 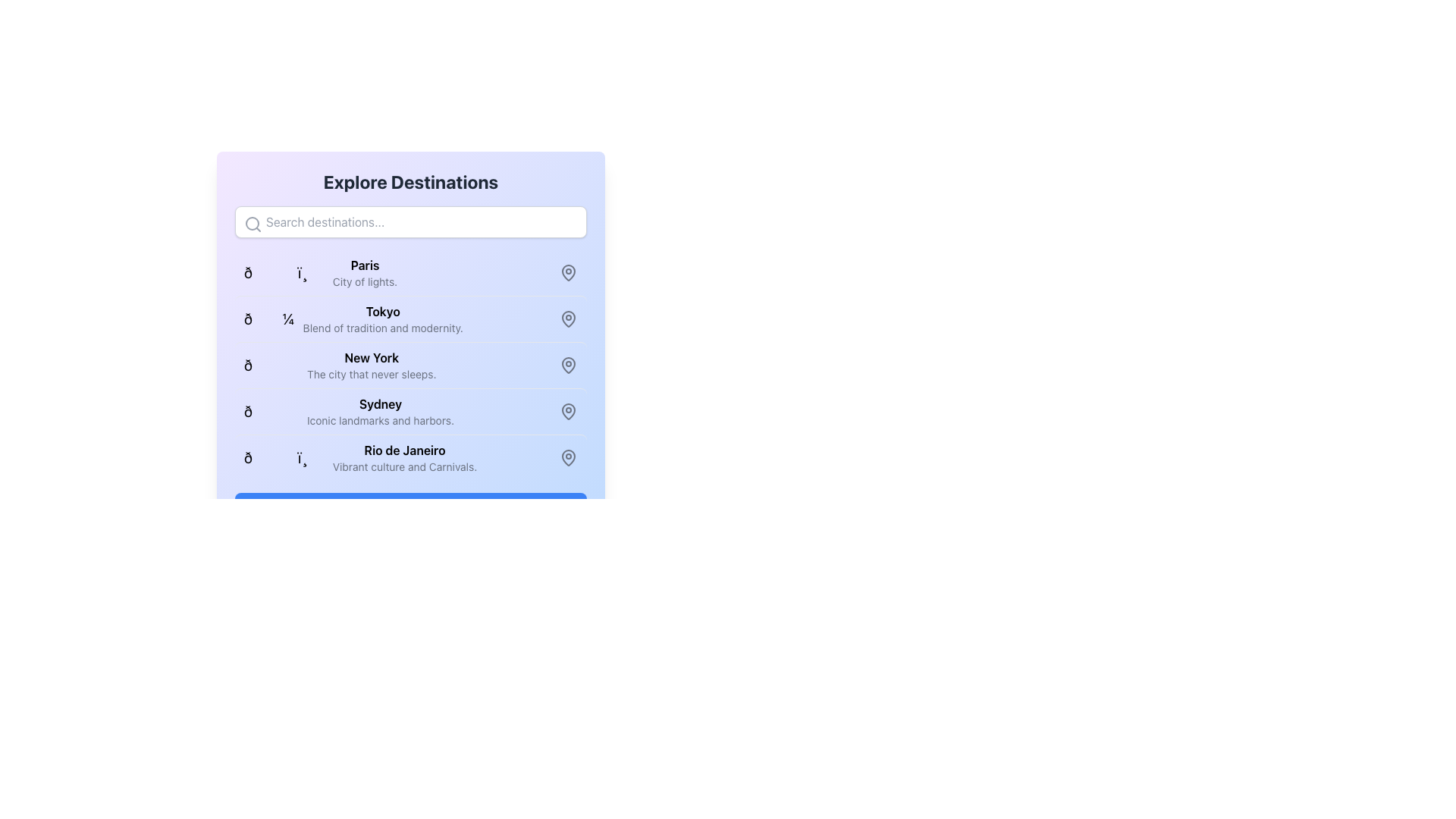 What do you see at coordinates (567, 318) in the screenshot?
I see `the gray outline map pin icon located on the right side of the 'Tokyo' list item` at bounding box center [567, 318].